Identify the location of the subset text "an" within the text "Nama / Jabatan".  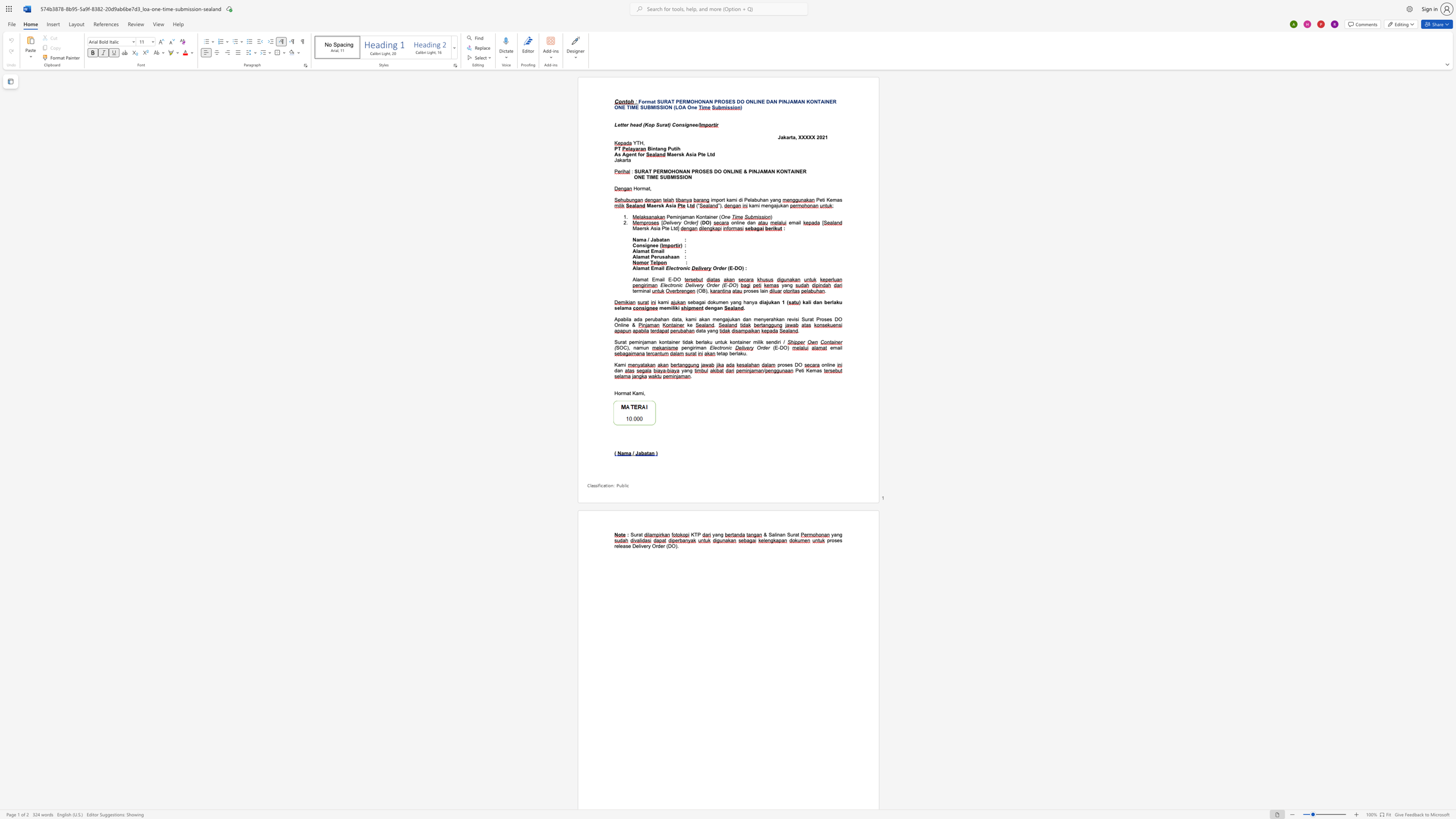
(663, 239).